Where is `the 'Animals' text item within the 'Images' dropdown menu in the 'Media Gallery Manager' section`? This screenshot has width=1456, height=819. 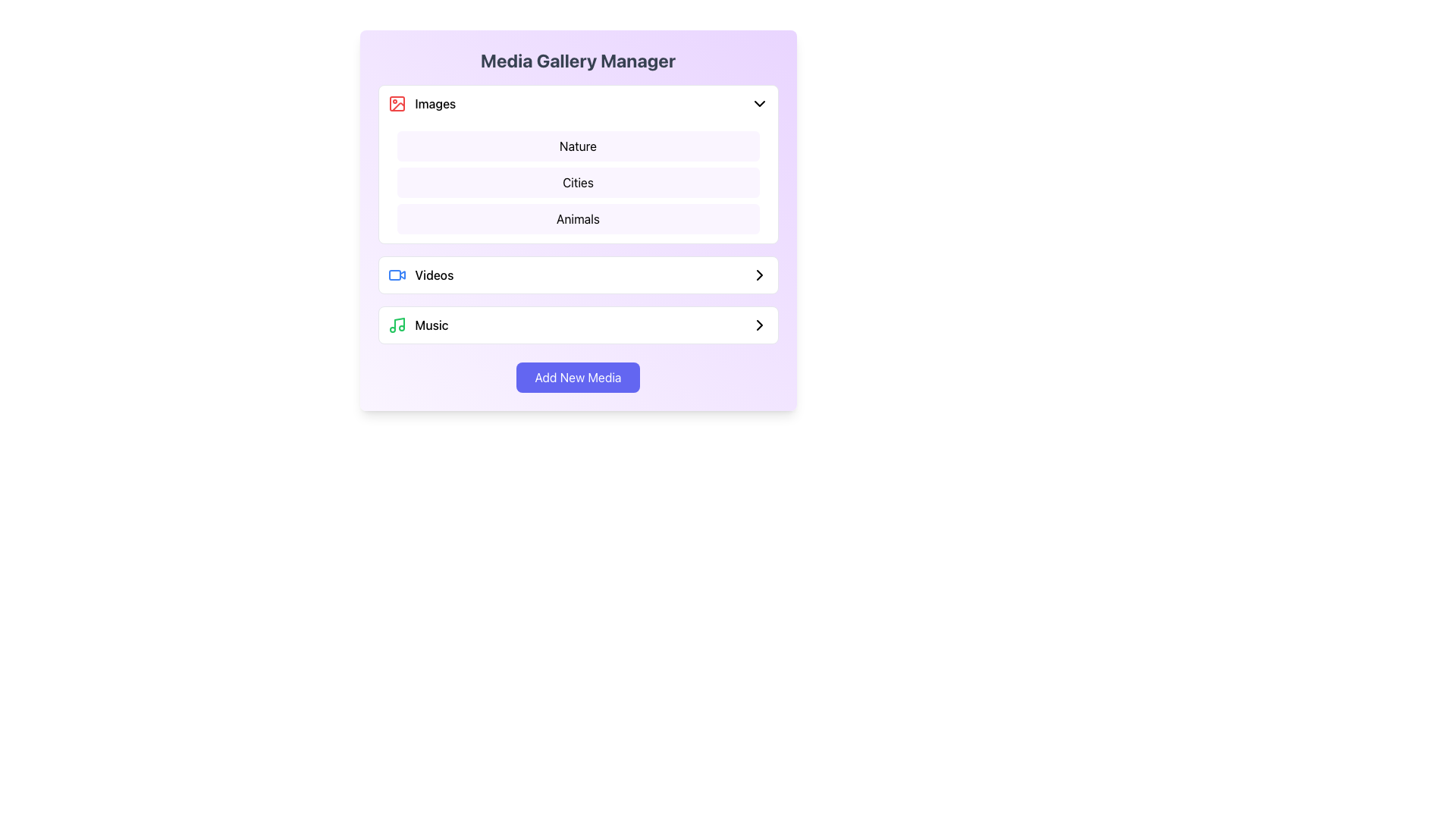
the 'Animals' text item within the 'Images' dropdown menu in the 'Media Gallery Manager' section is located at coordinates (577, 214).